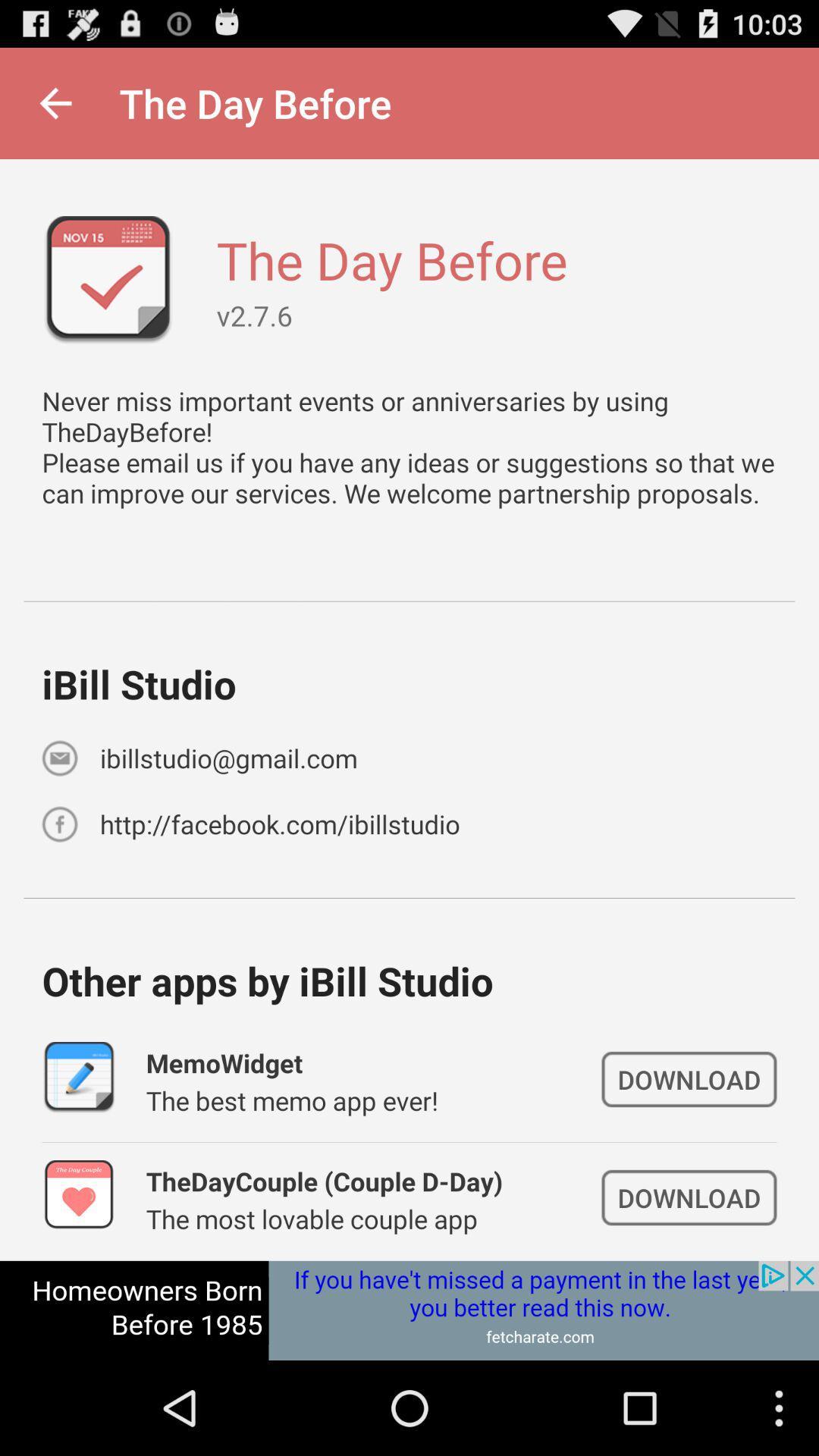  I want to click on open webpage of displayed advertisement, so click(409, 1310).